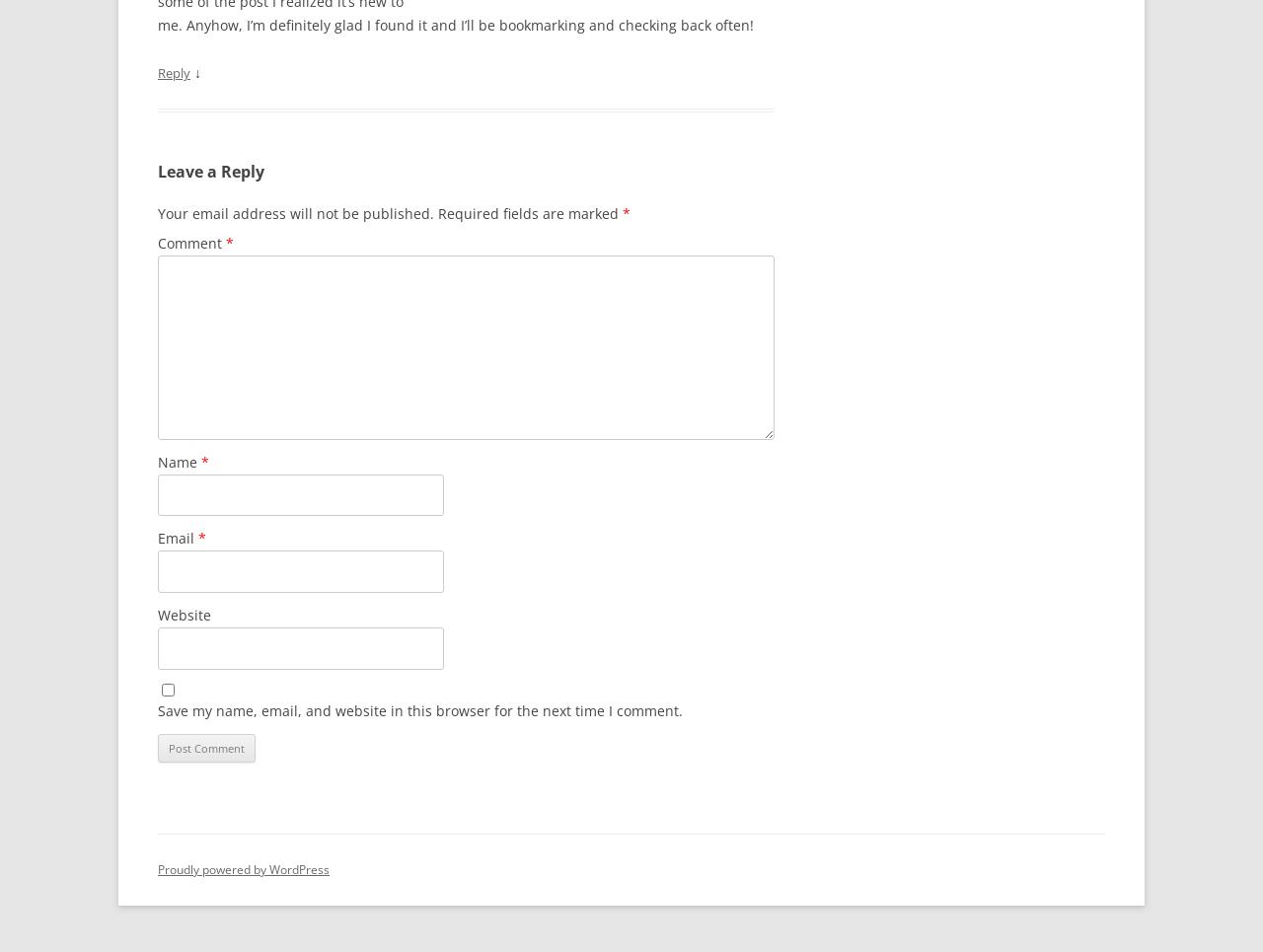 The width and height of the screenshot is (1263, 952). What do you see at coordinates (180, 460) in the screenshot?
I see `'Name'` at bounding box center [180, 460].